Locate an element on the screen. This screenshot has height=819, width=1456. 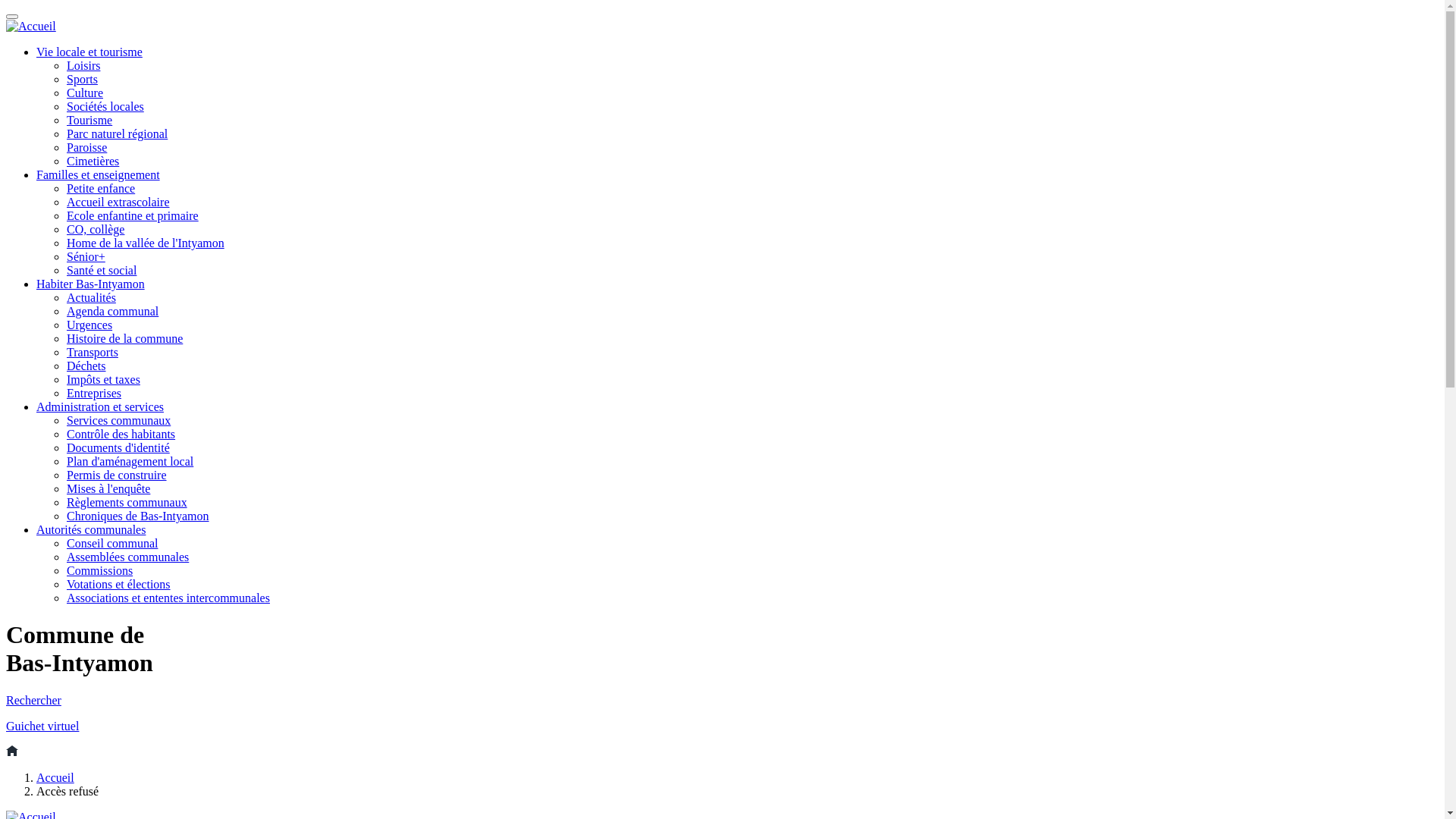
'Conseil communal' is located at coordinates (111, 542).